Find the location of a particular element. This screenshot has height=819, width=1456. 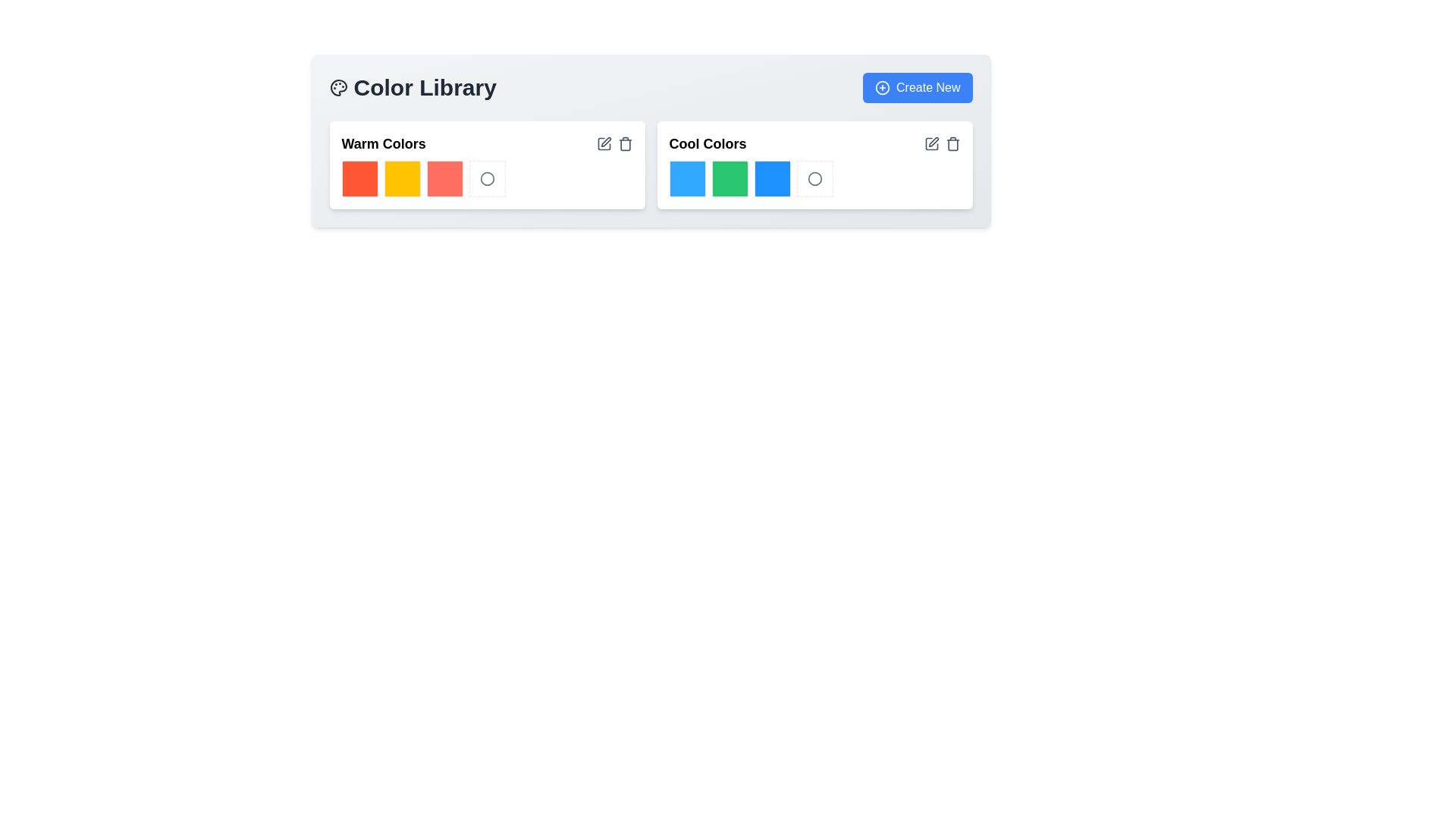

the descriptive text label located in the upper-left corner of the right-hand group of a horizontally split layout, which serves as a label for the associated color palette is located at coordinates (707, 143).